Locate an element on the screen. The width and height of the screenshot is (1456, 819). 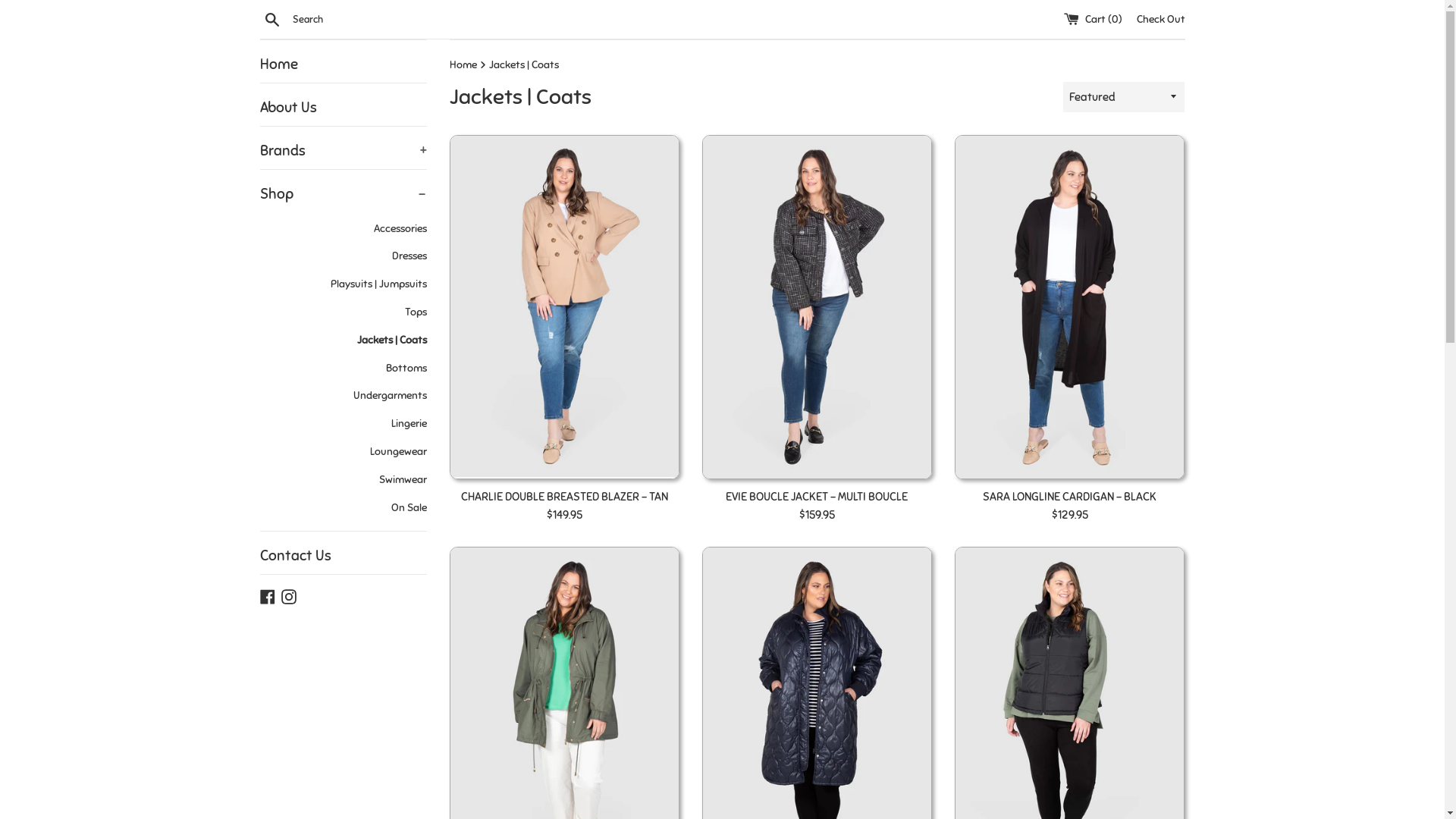
'Shop is located at coordinates (341, 193).